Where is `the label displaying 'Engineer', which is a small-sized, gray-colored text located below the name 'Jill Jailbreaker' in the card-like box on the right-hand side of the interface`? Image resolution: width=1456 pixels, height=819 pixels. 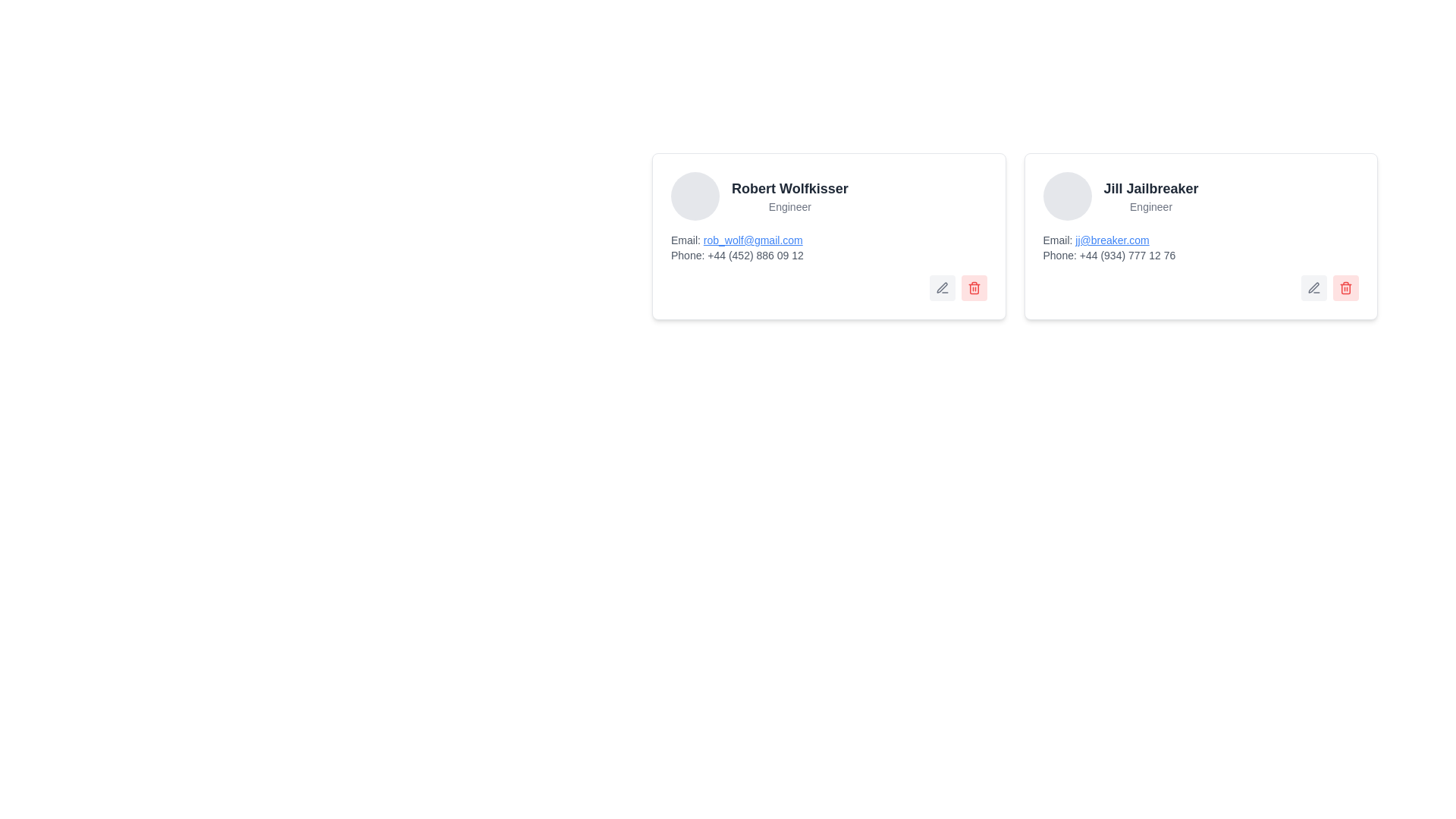
the label displaying 'Engineer', which is a small-sized, gray-colored text located below the name 'Jill Jailbreaker' in the card-like box on the right-hand side of the interface is located at coordinates (1151, 207).